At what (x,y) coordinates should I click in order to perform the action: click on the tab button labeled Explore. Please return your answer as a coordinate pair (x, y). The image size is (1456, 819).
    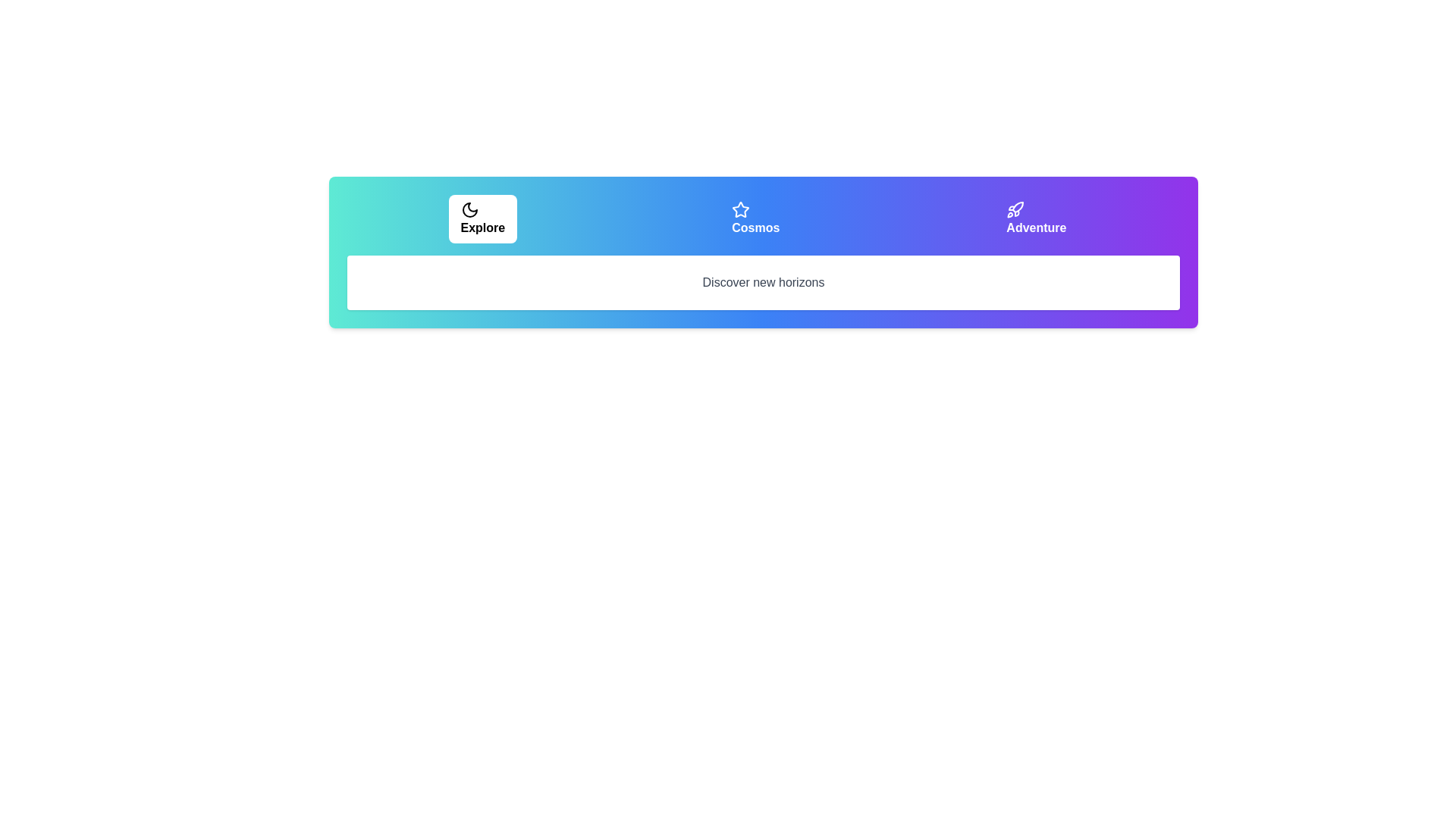
    Looking at the image, I should click on (482, 219).